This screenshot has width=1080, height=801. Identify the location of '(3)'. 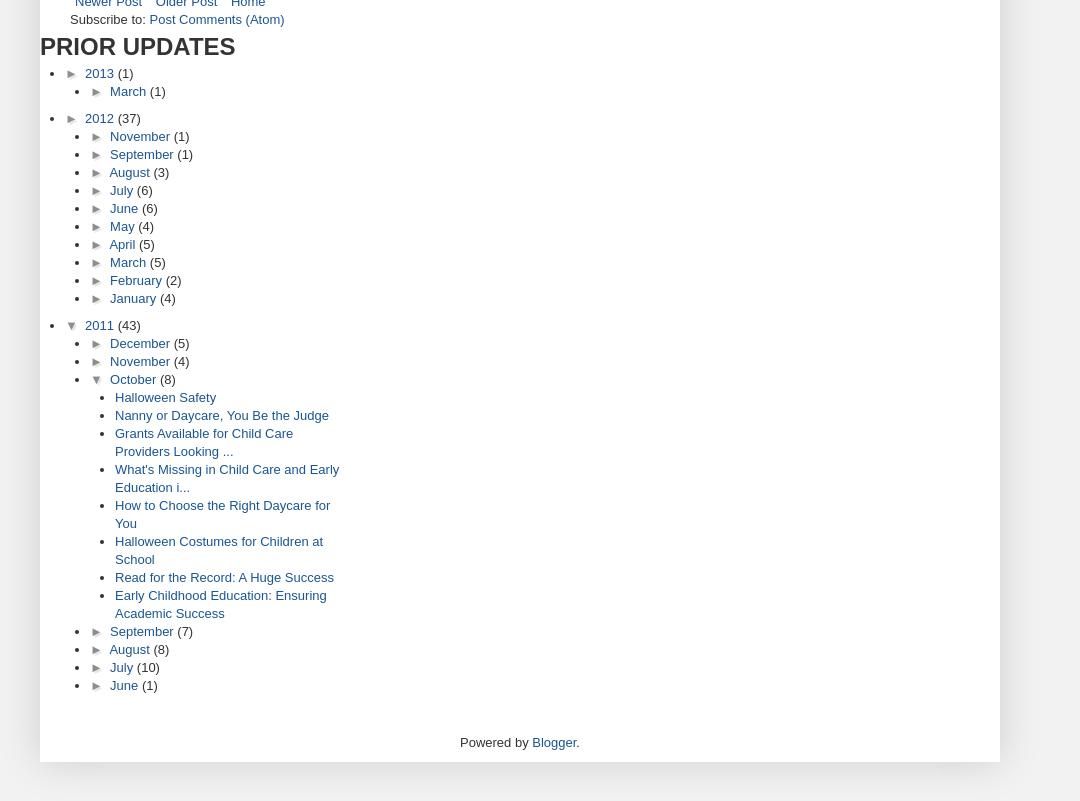
(160, 172).